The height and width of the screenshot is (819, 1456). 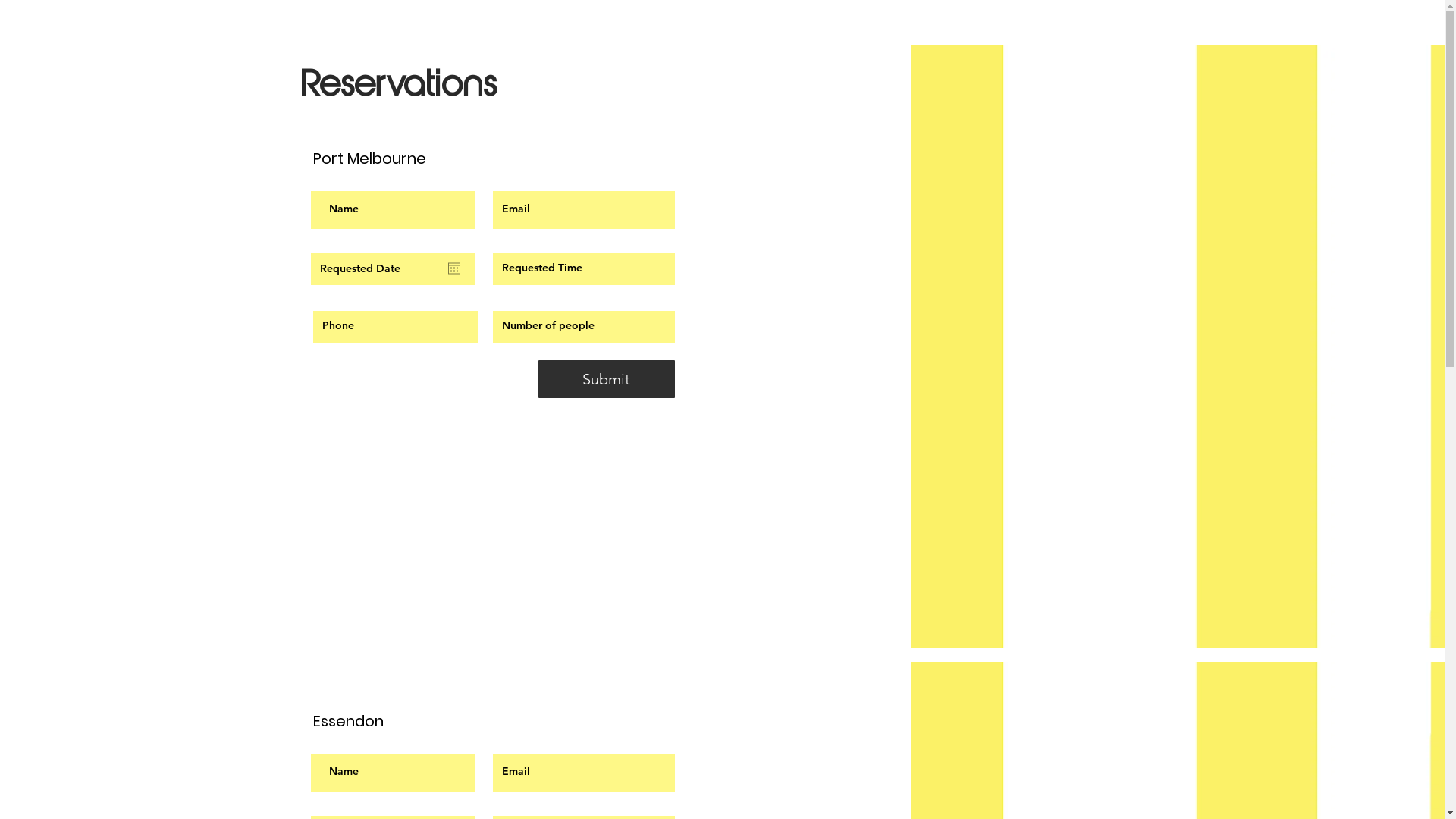 What do you see at coordinates (607, 378) in the screenshot?
I see `'Submit'` at bounding box center [607, 378].